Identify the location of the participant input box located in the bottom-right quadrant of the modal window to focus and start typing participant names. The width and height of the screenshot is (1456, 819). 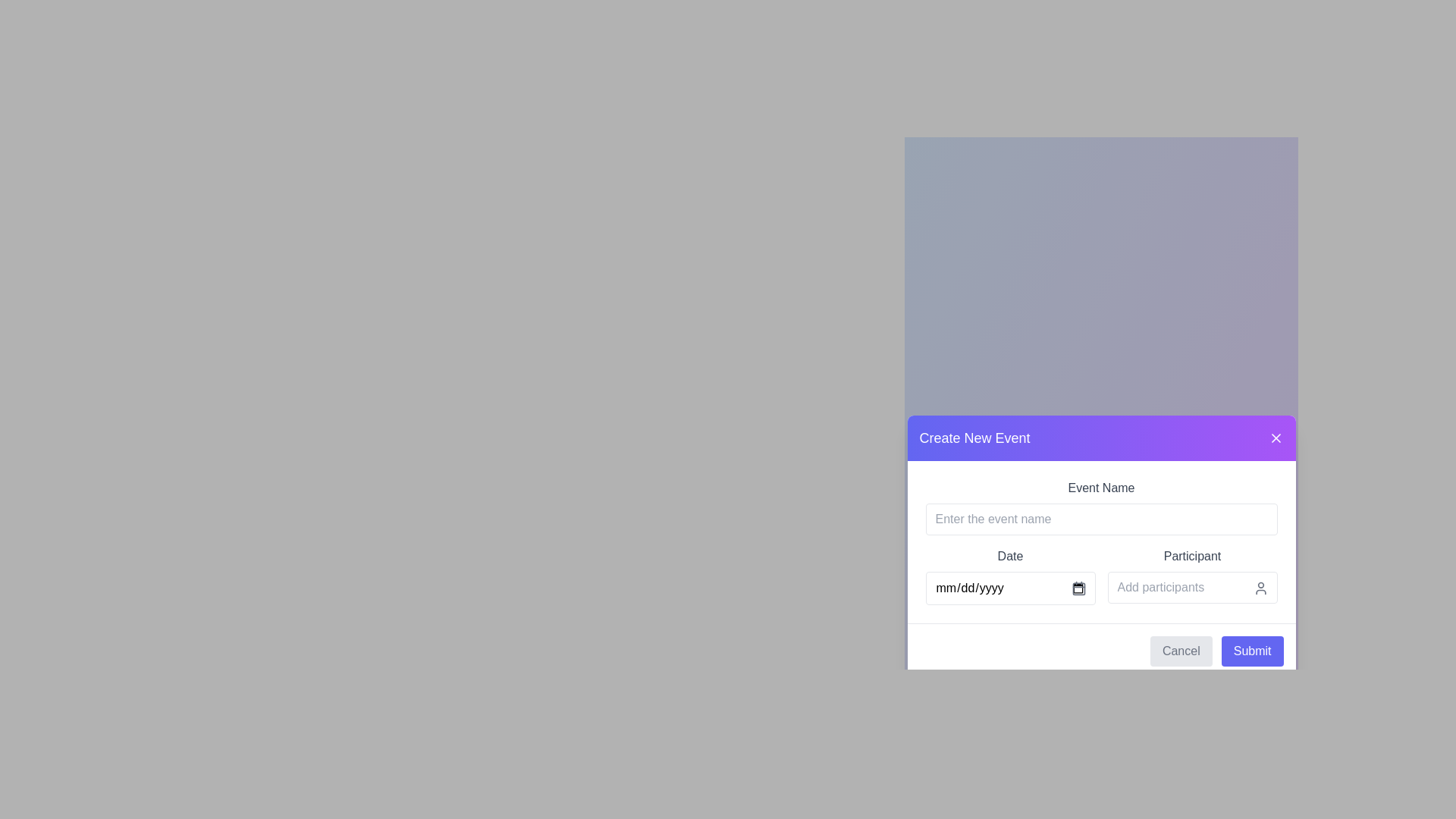
(1191, 576).